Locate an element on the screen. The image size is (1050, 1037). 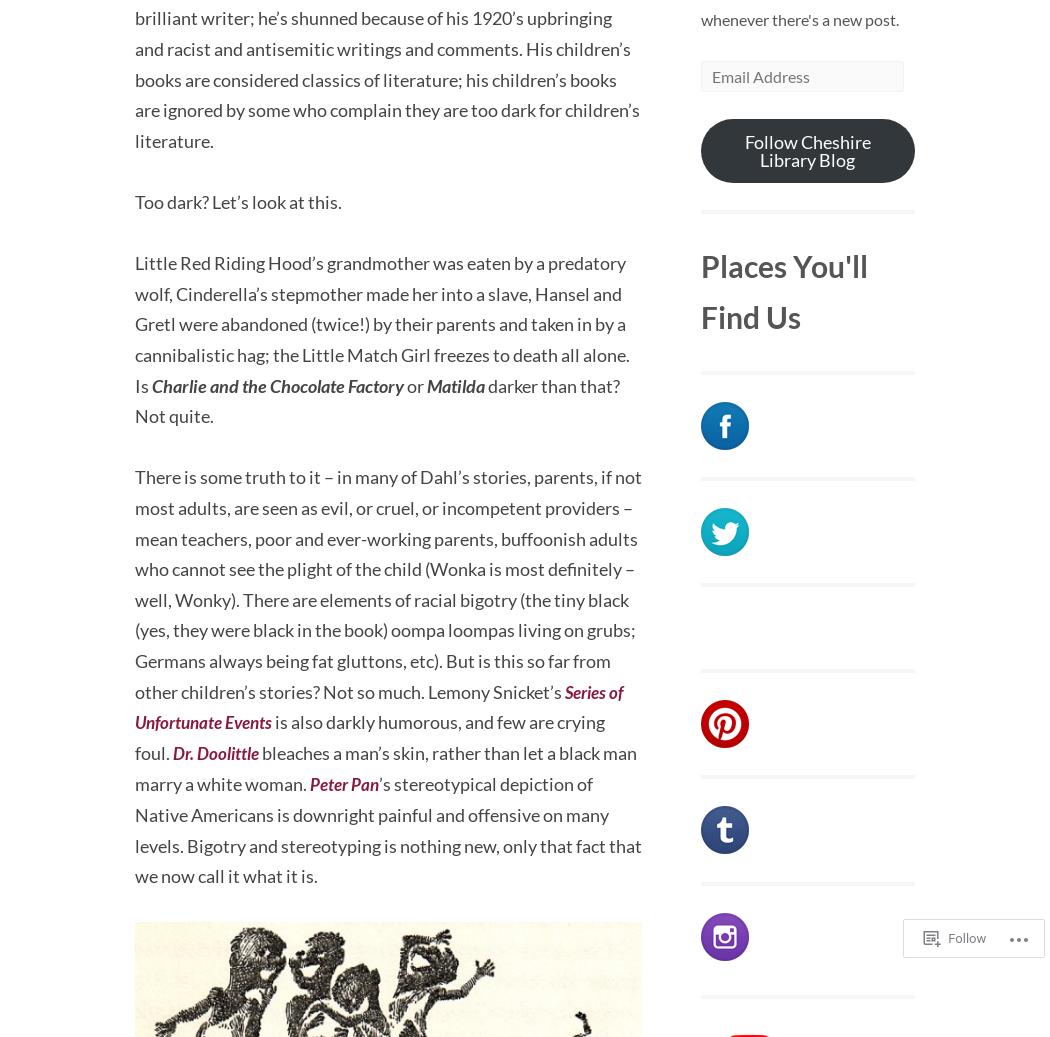
'Dr. Doolittle' is located at coordinates (173, 752).